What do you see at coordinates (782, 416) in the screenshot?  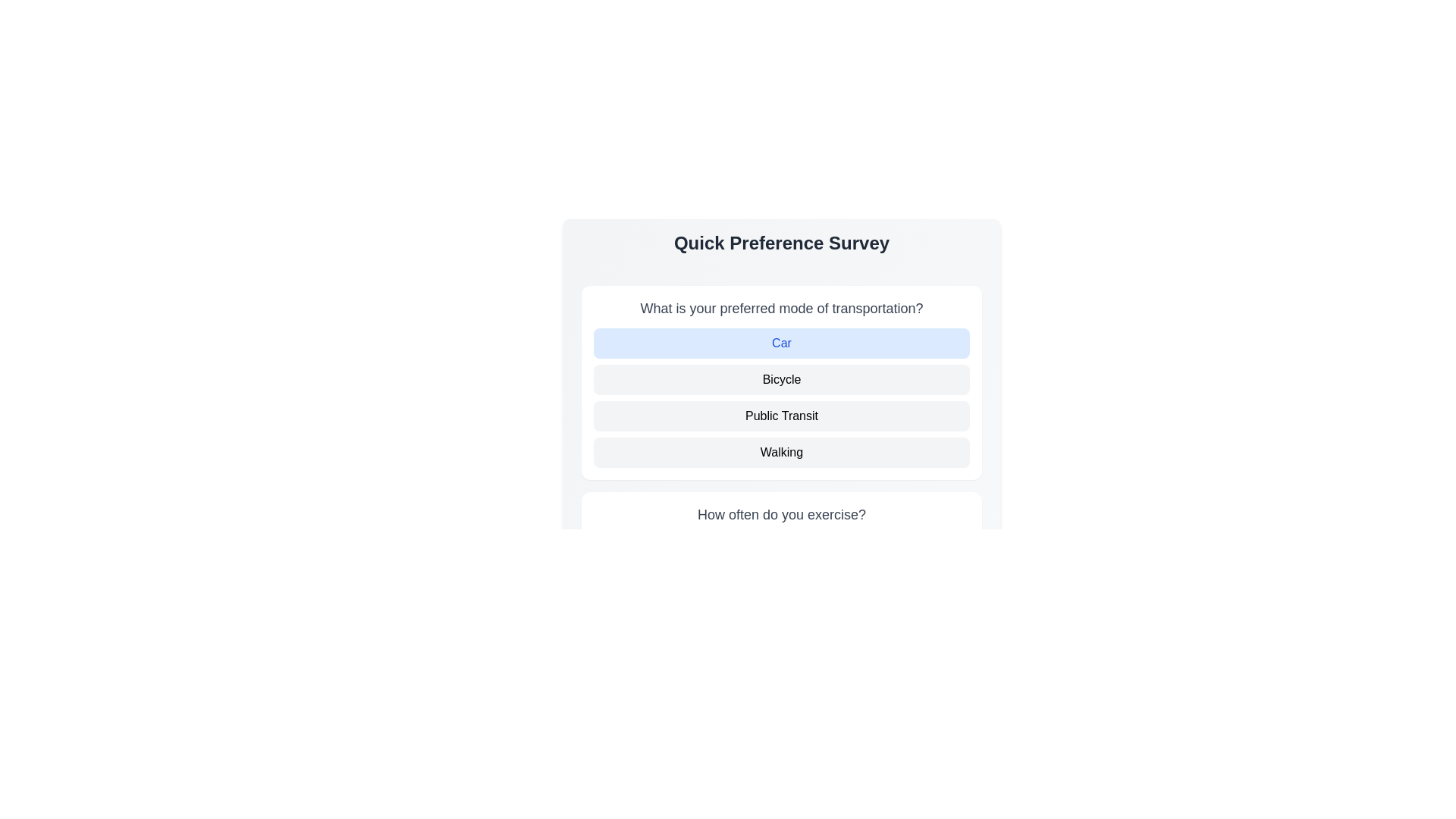 I see `the third button in the vertical selection menu for choosing a preferred mode of transportation, located under the question 'What is your preferred mode of transportation.'` at bounding box center [782, 416].